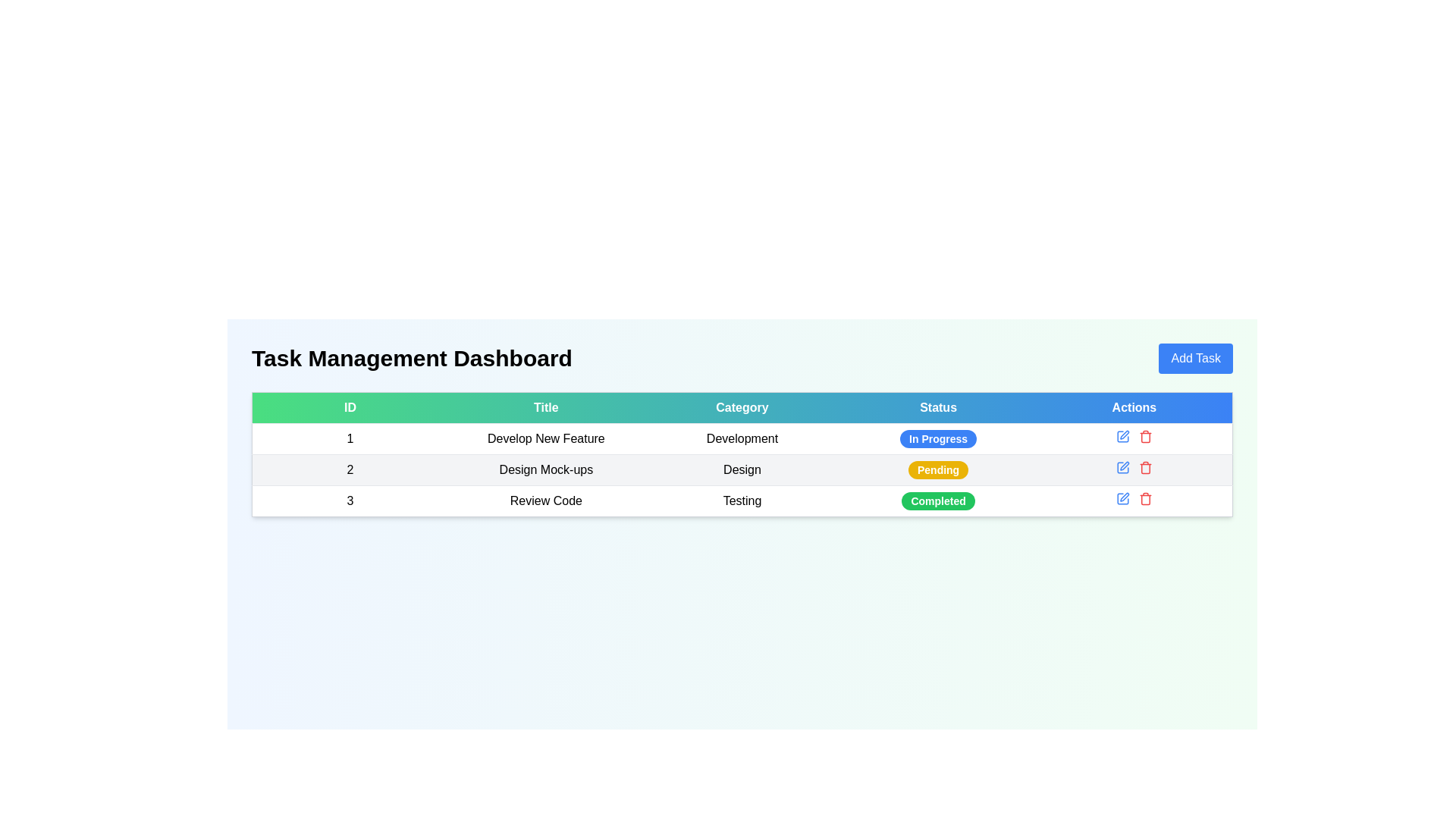  I want to click on the table cell containing the text 'Develop New Feature', which is the second column in the first row under the 'Title' header, so click(546, 438).